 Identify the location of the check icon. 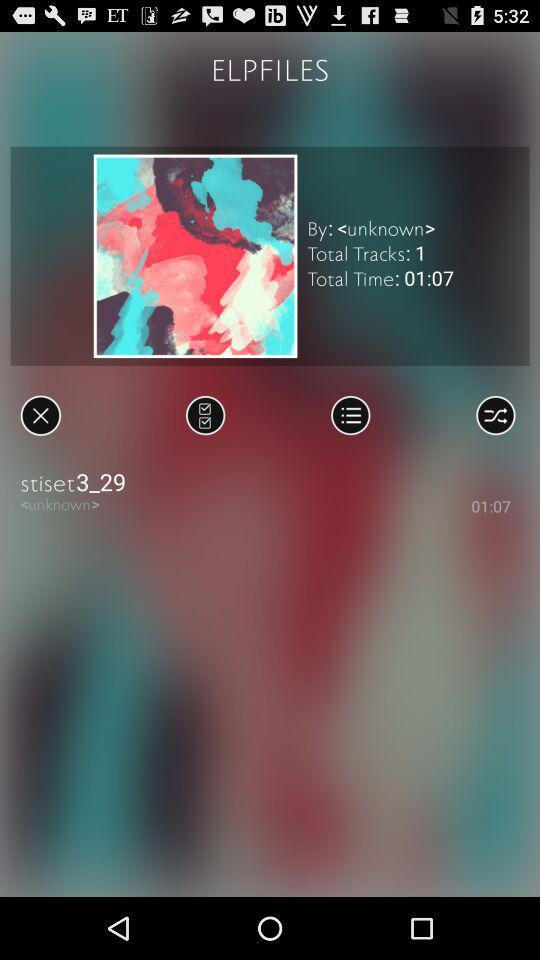
(204, 444).